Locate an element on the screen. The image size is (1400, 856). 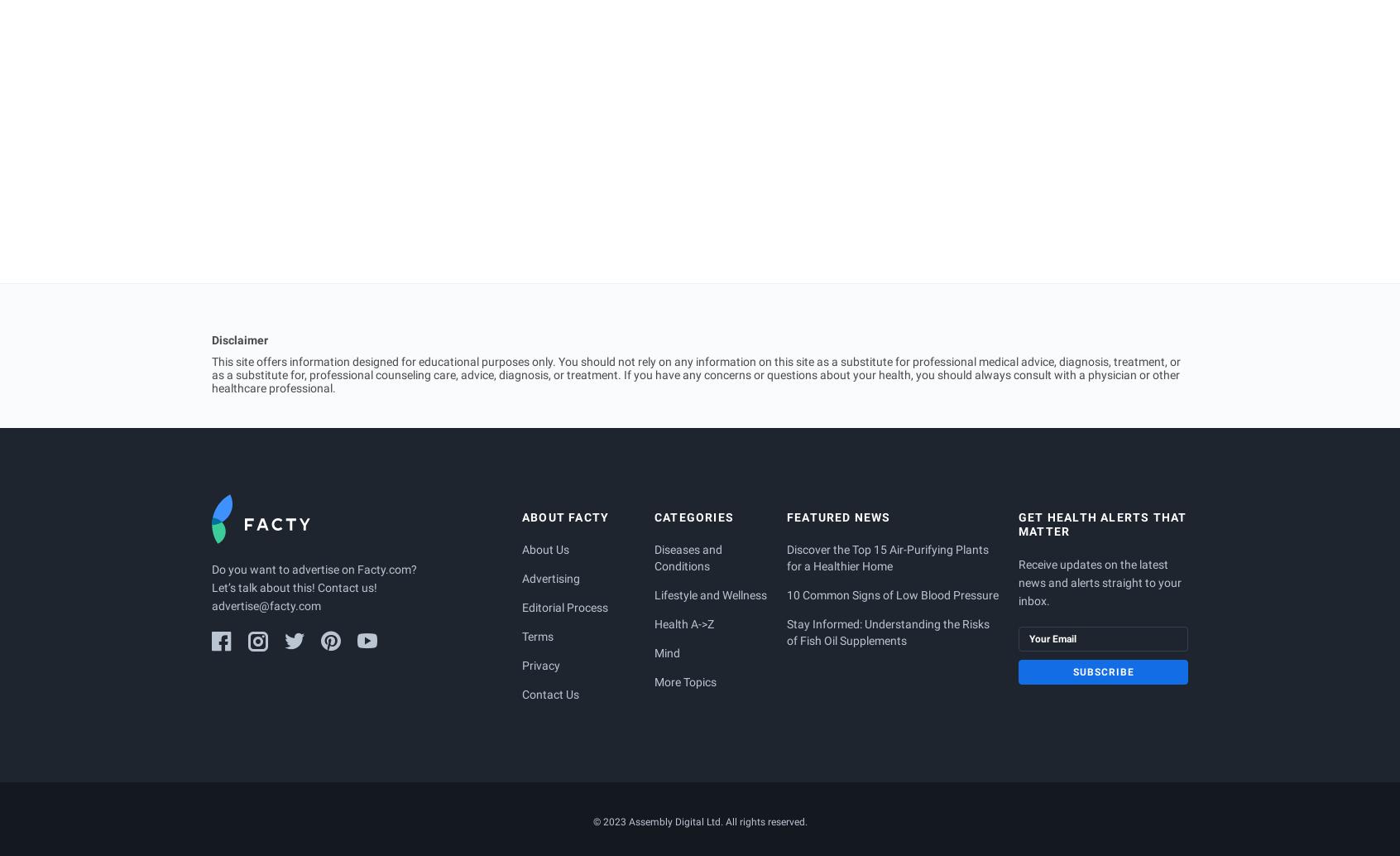
'Discover the Top 15 Air-Purifying Plants for a Healthier Home' is located at coordinates (889, 557).